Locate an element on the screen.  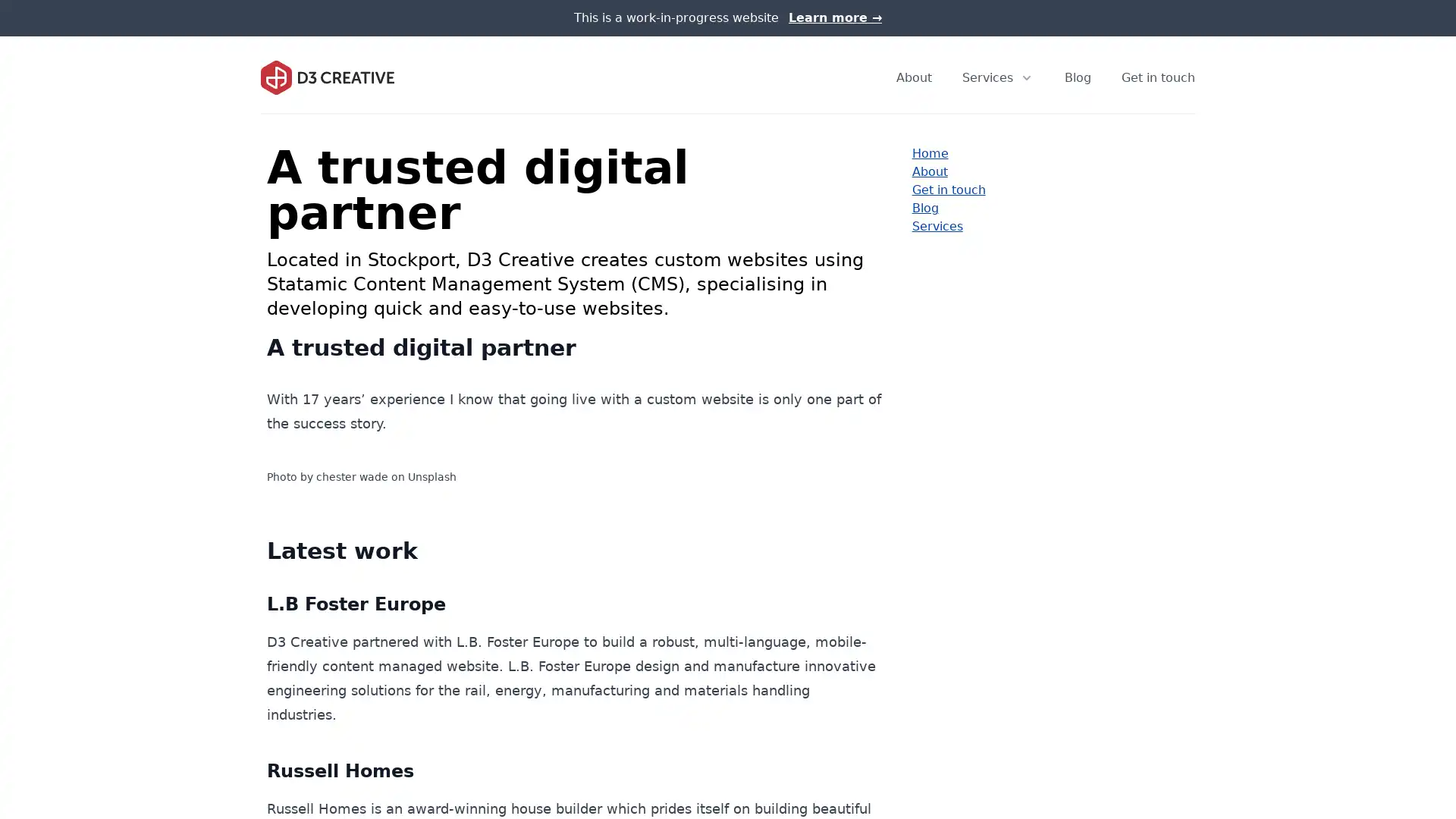
Services is located at coordinates (998, 77).